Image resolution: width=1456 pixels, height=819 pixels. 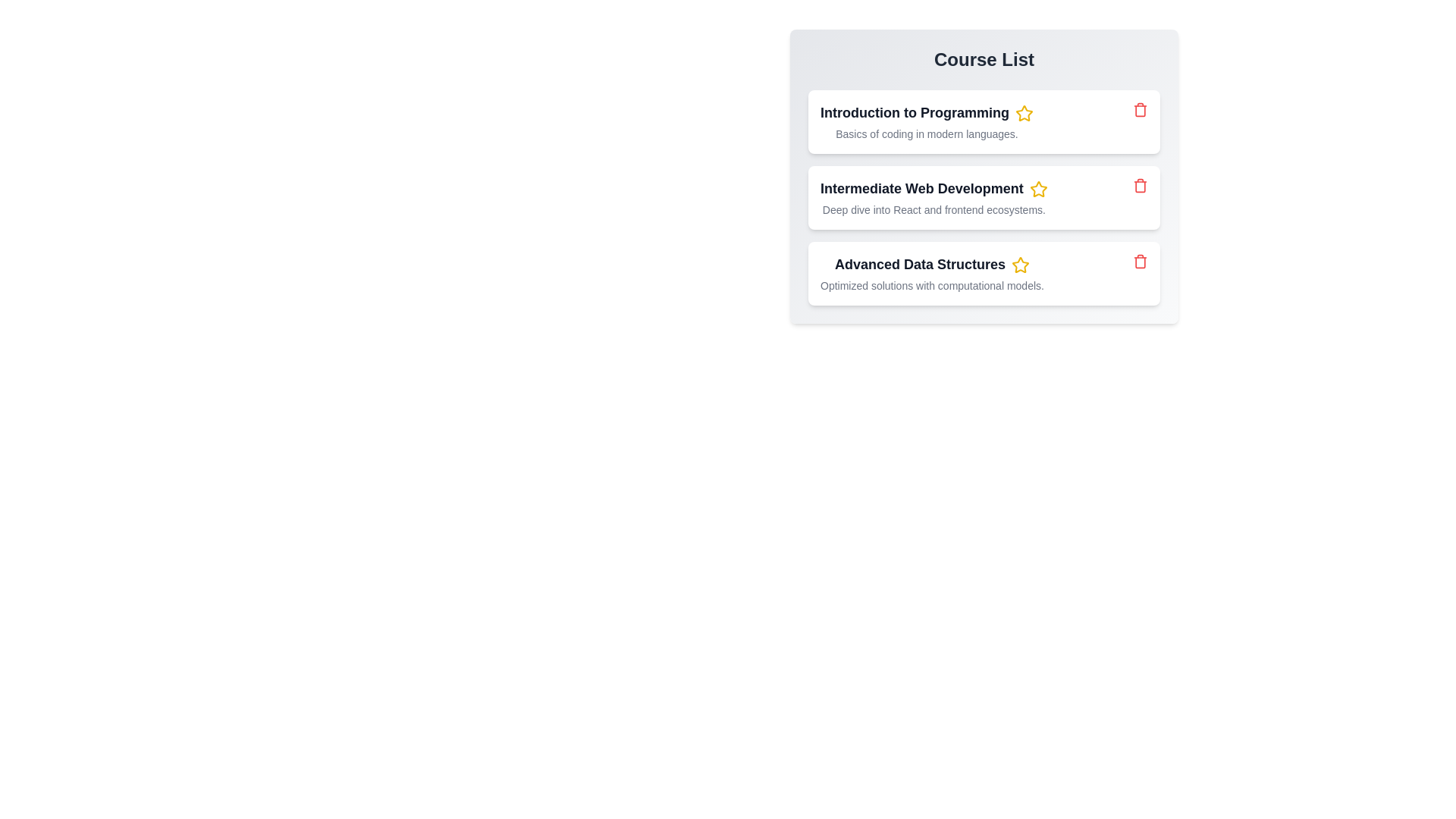 I want to click on the trash icon of the item to remove it from the list. Specify the item name as Advanced Data Structures, so click(x=1140, y=260).